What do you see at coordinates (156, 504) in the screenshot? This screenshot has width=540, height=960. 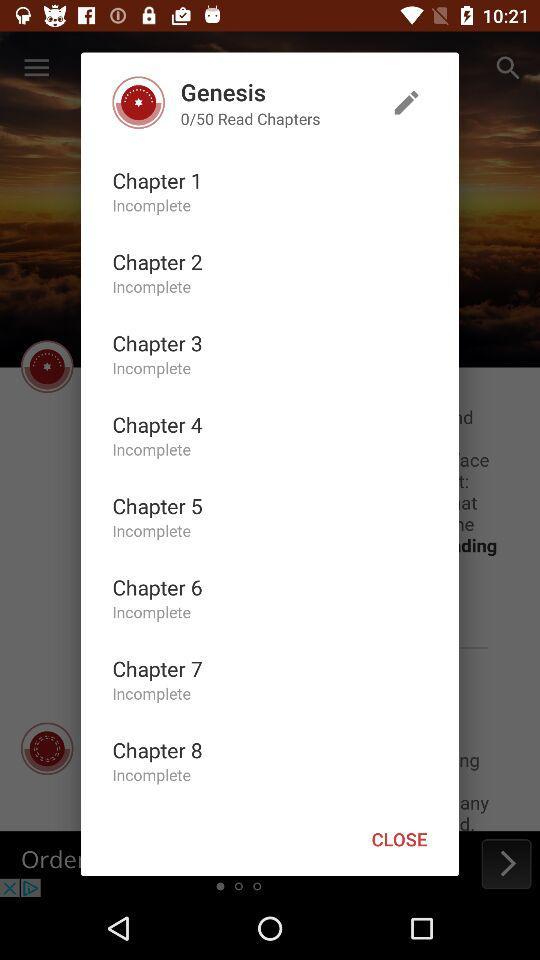 I see `the item below incomplete` at bounding box center [156, 504].